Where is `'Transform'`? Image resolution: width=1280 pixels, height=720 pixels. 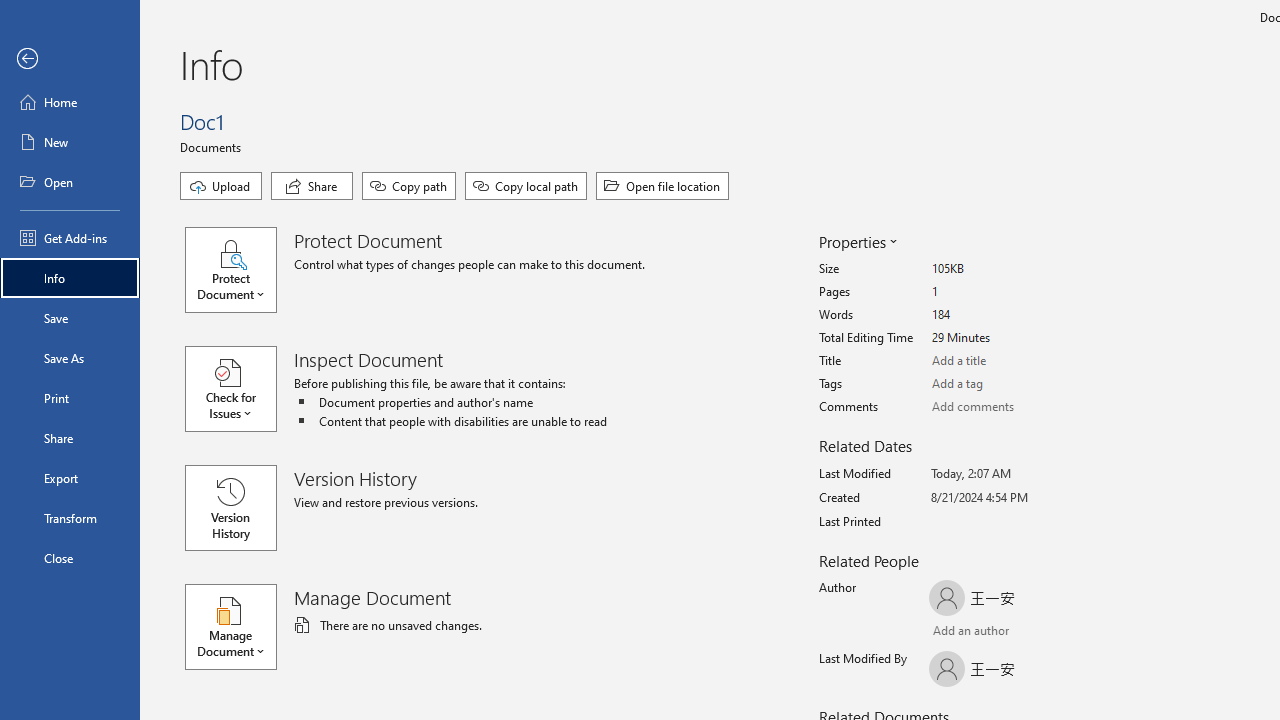
'Transform' is located at coordinates (69, 517).